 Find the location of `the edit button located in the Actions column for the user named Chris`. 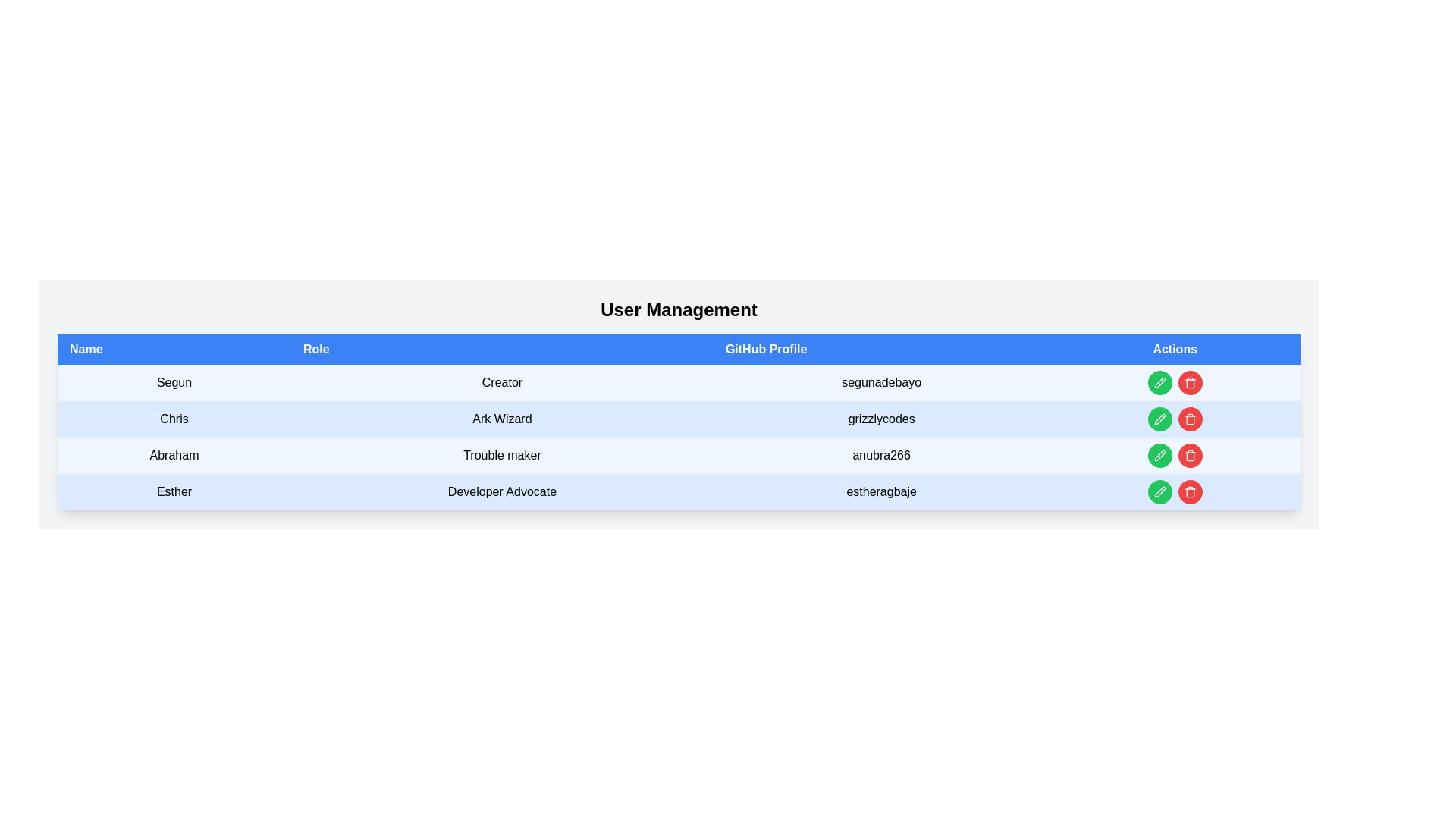

the edit button located in the Actions column for the user named Chris is located at coordinates (1159, 419).